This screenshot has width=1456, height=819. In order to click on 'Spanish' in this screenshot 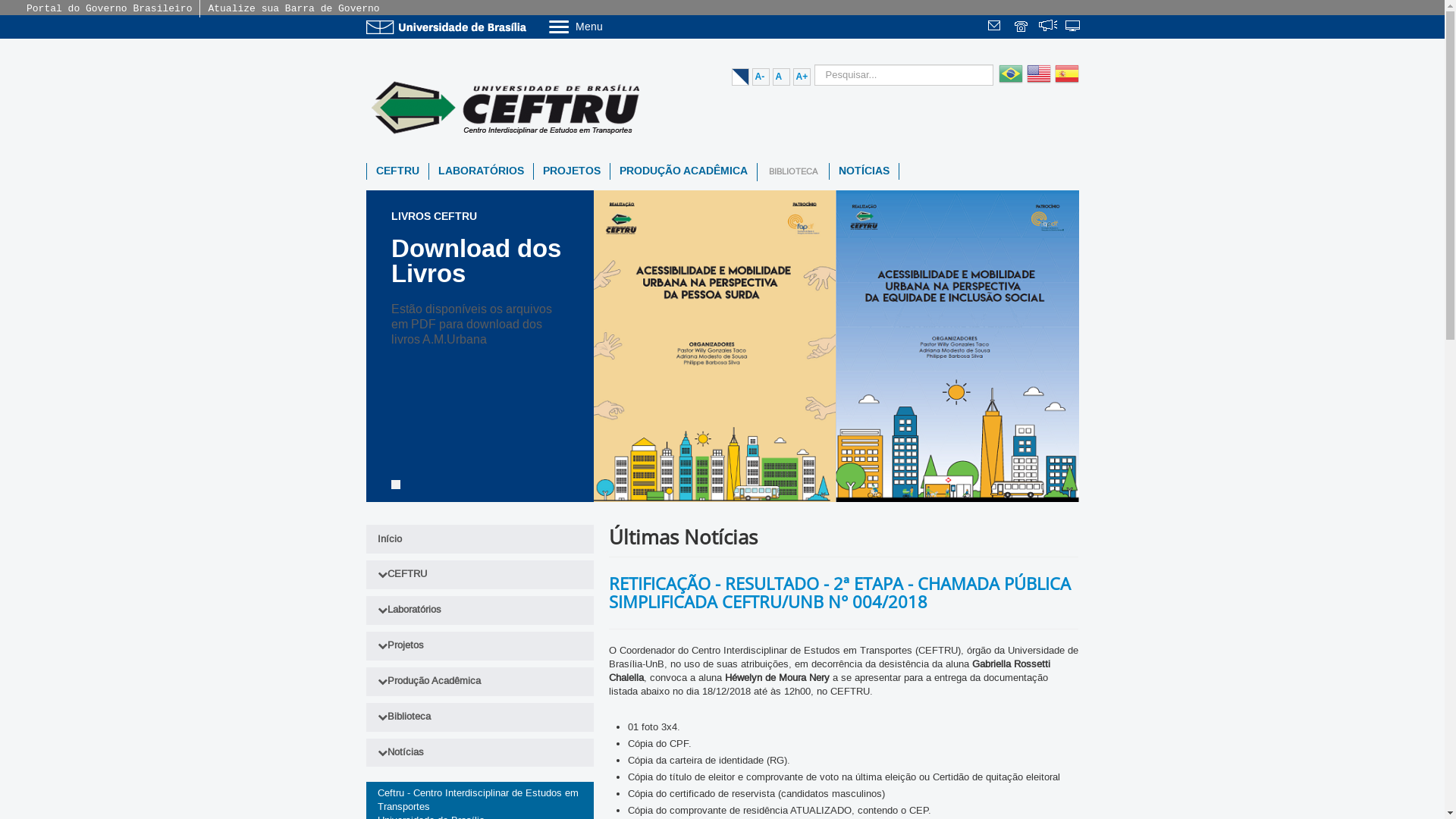, I will do `click(1064, 82)`.